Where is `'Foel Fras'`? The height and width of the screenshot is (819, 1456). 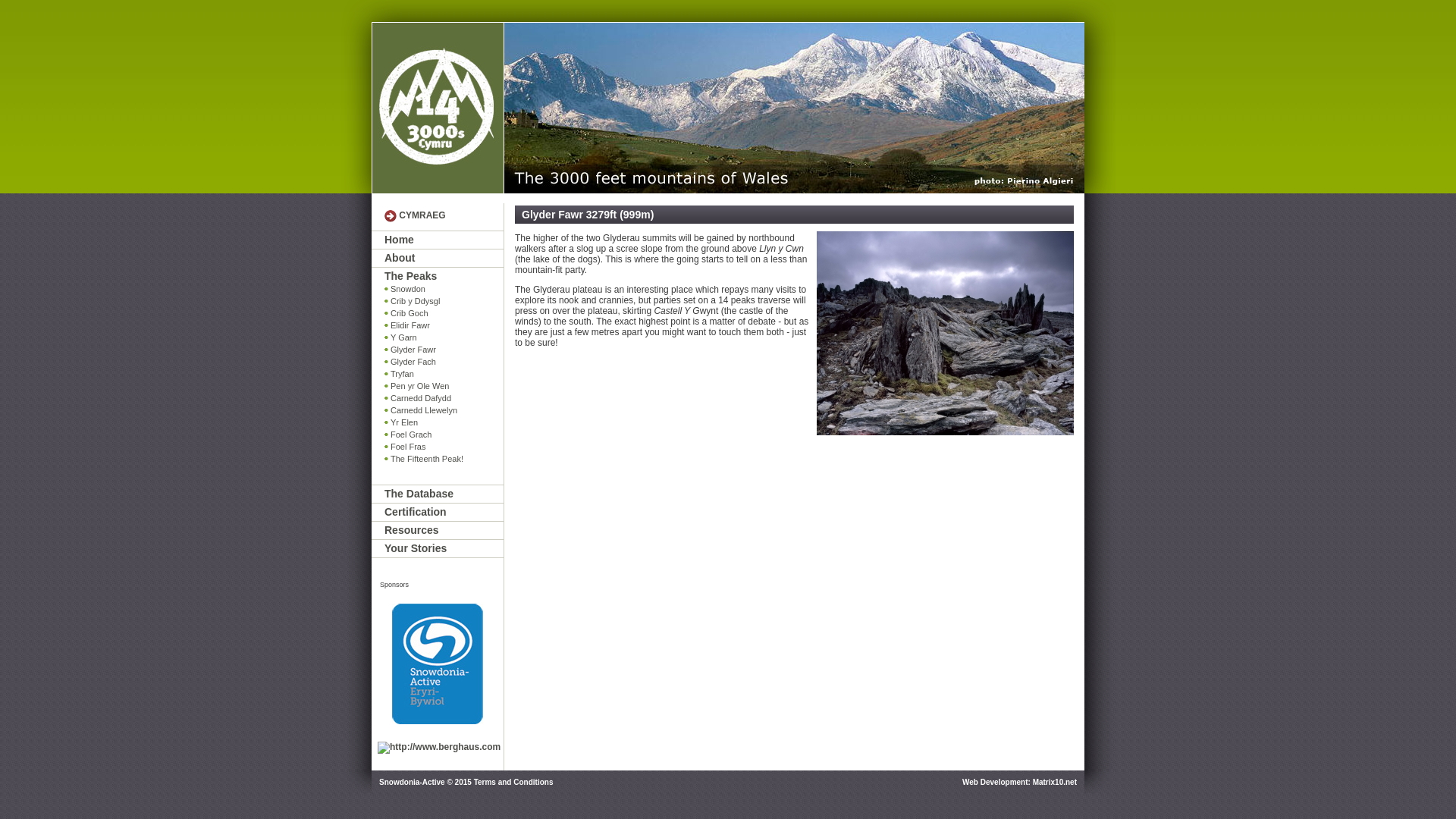
'Foel Fras' is located at coordinates (443, 446).